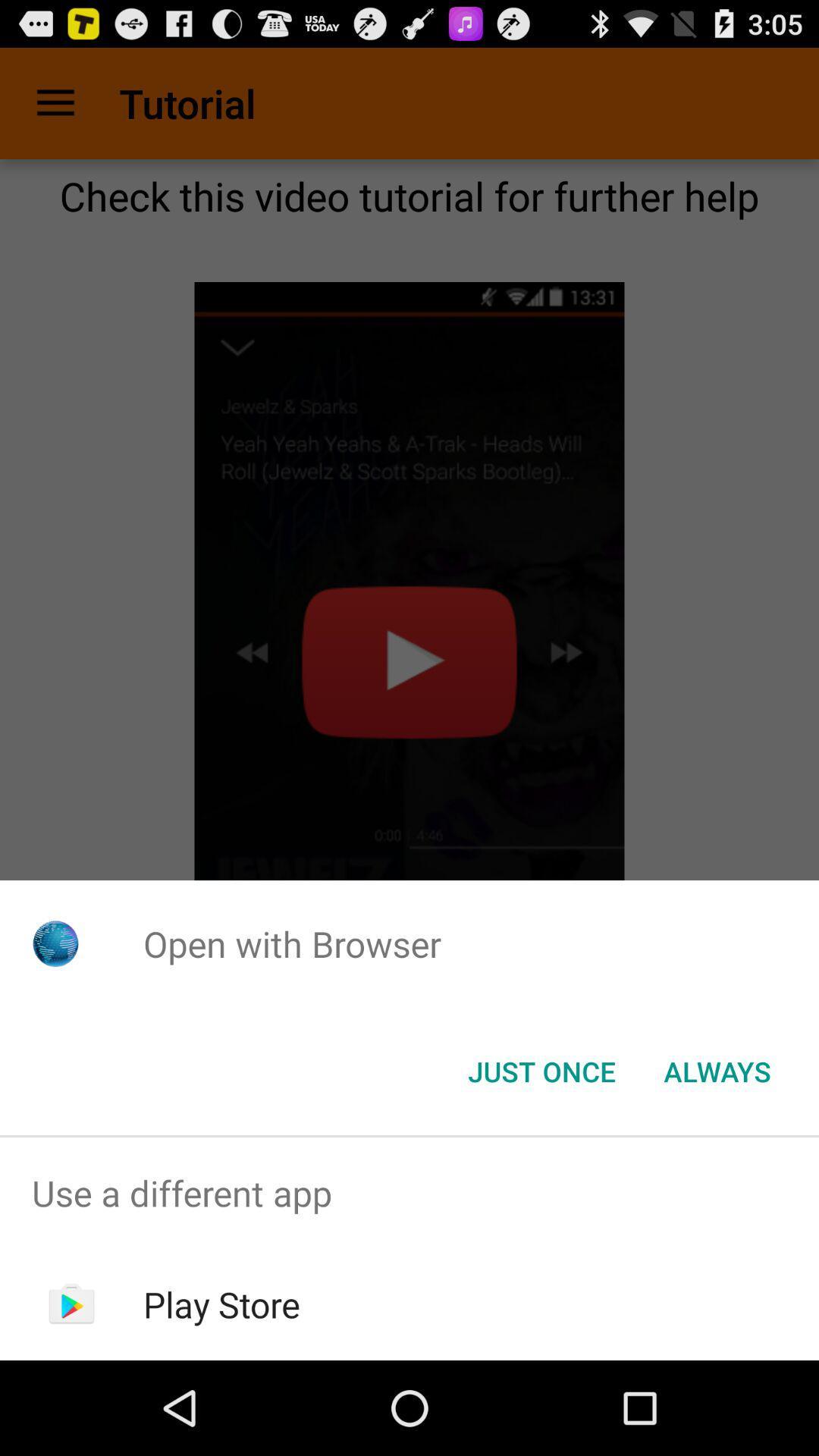  What do you see at coordinates (541, 1070) in the screenshot?
I see `the button to the left of the always` at bounding box center [541, 1070].